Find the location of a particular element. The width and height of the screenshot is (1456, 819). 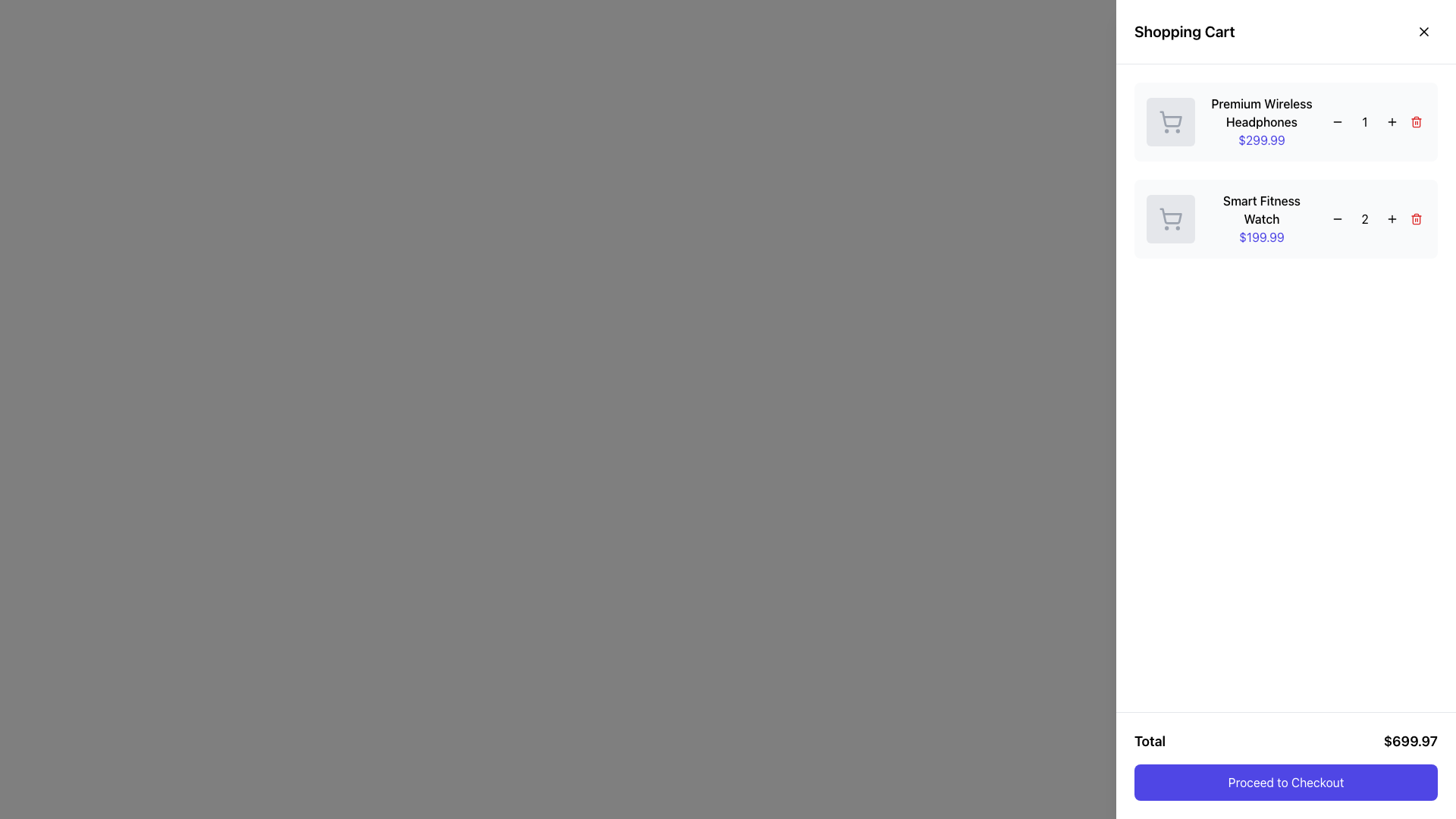

the shopping cart icon with a gray outline located next to the 'Premium Wireless Headphones' product in the shopping cart interface is located at coordinates (1170, 121).